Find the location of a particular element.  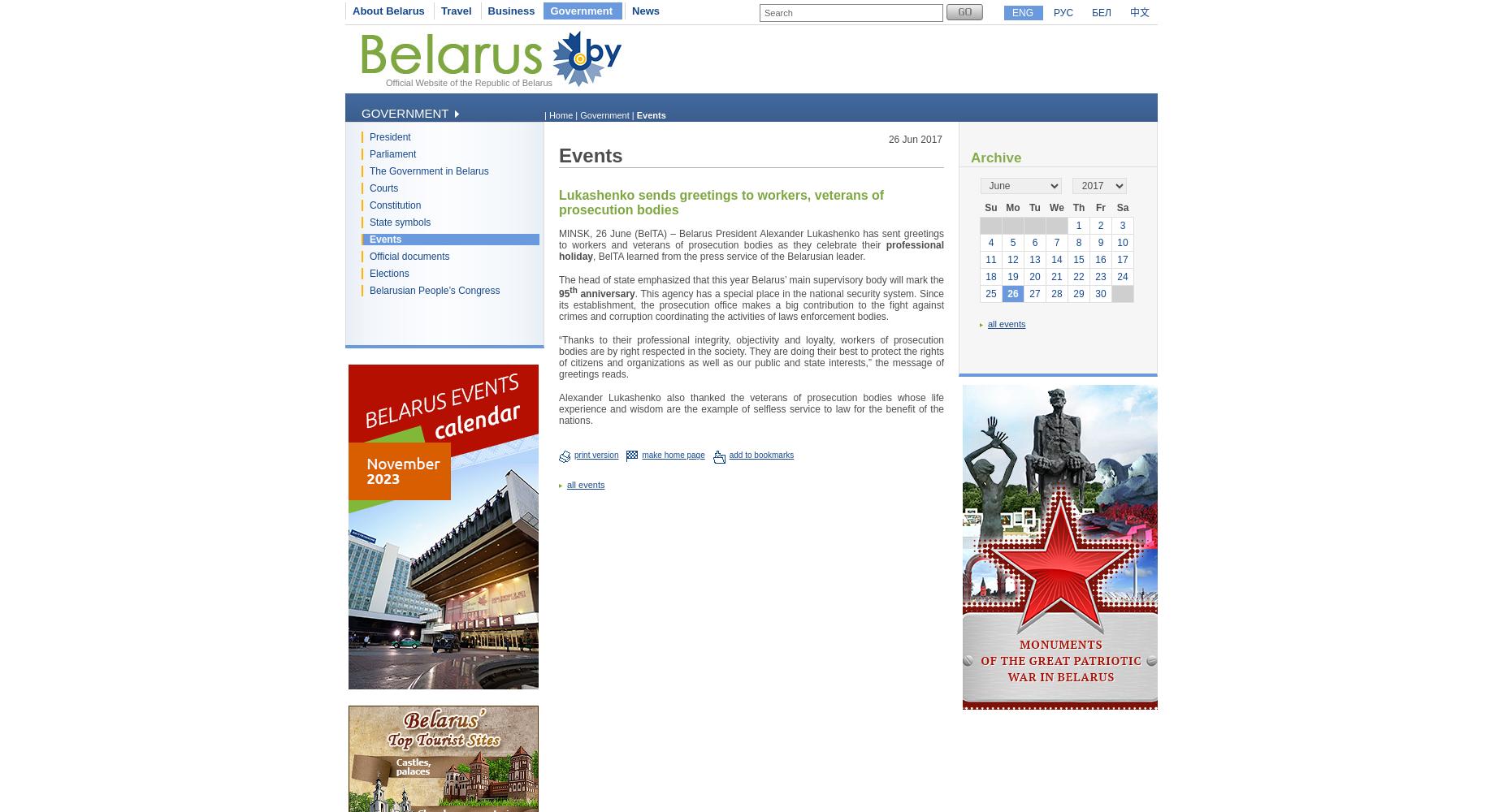

'Elections' is located at coordinates (388, 273).